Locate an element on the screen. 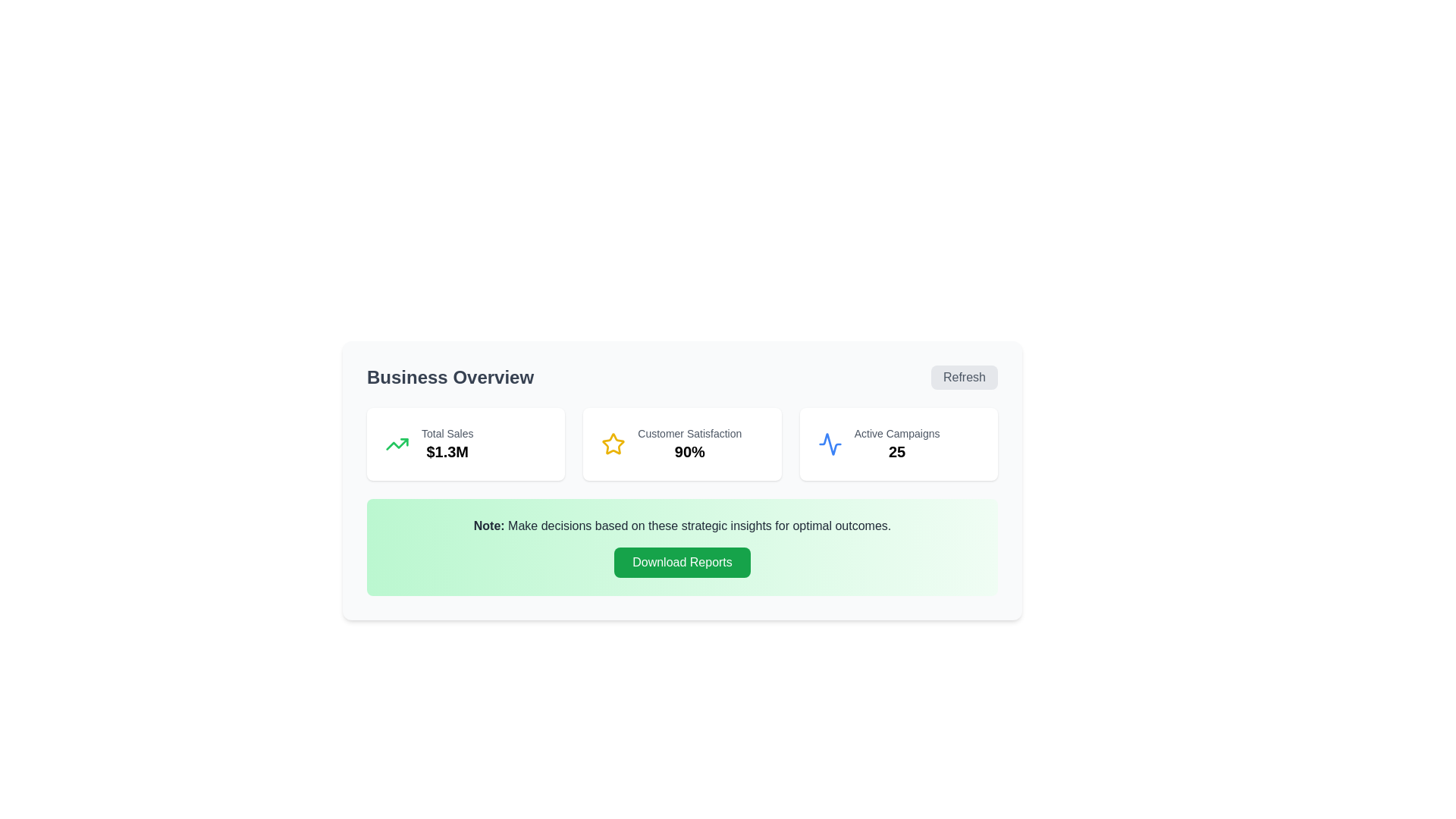 This screenshot has width=1456, height=819. the descriptive Text label that provides context for the '90%' customer satisfaction metric located in the 'Customer Satisfaction' section of the interface is located at coordinates (689, 433).